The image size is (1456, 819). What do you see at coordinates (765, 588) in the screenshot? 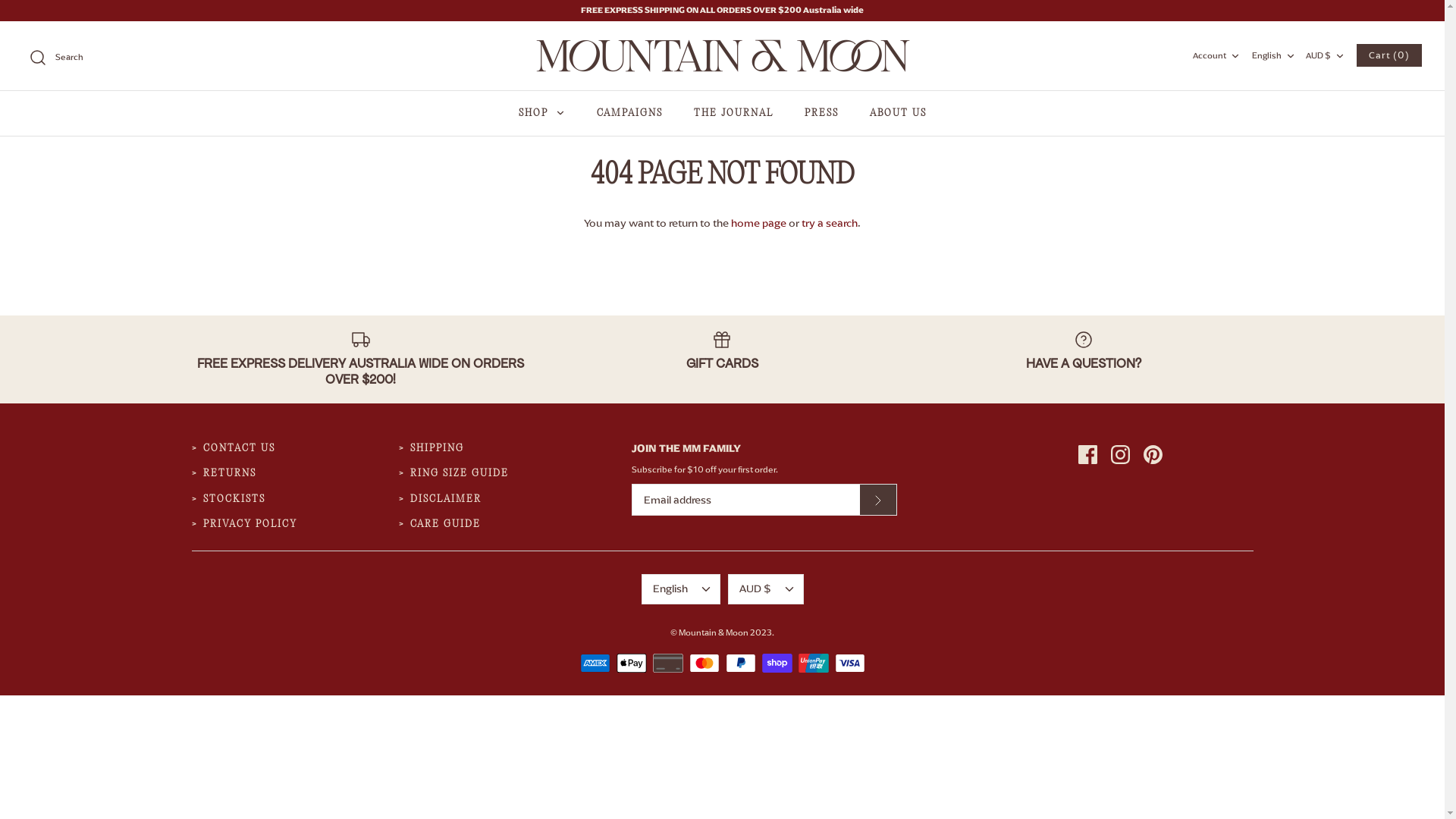
I see `'AUD $` at bounding box center [765, 588].